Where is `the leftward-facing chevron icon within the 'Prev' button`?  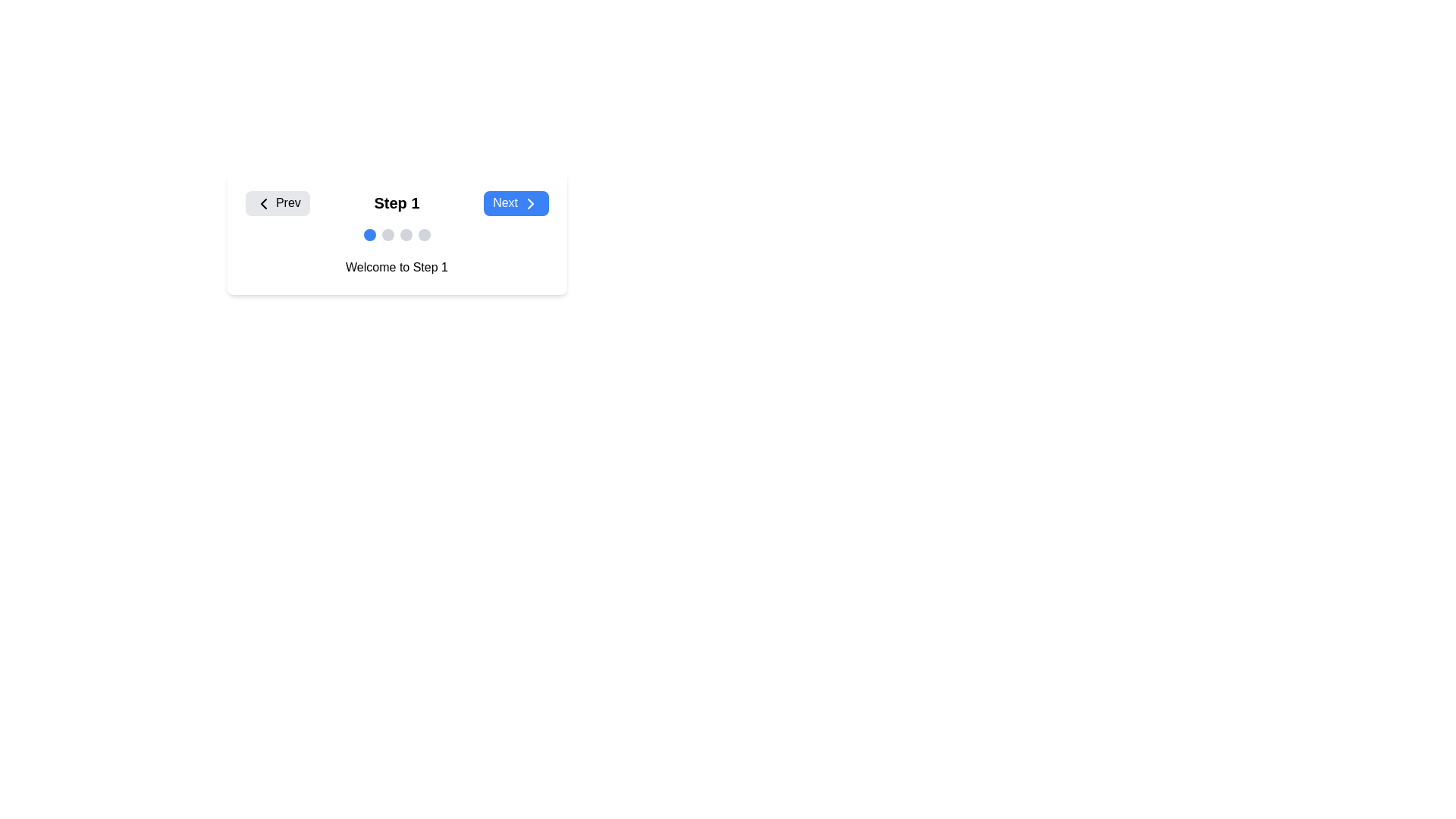 the leftward-facing chevron icon within the 'Prev' button is located at coordinates (263, 202).